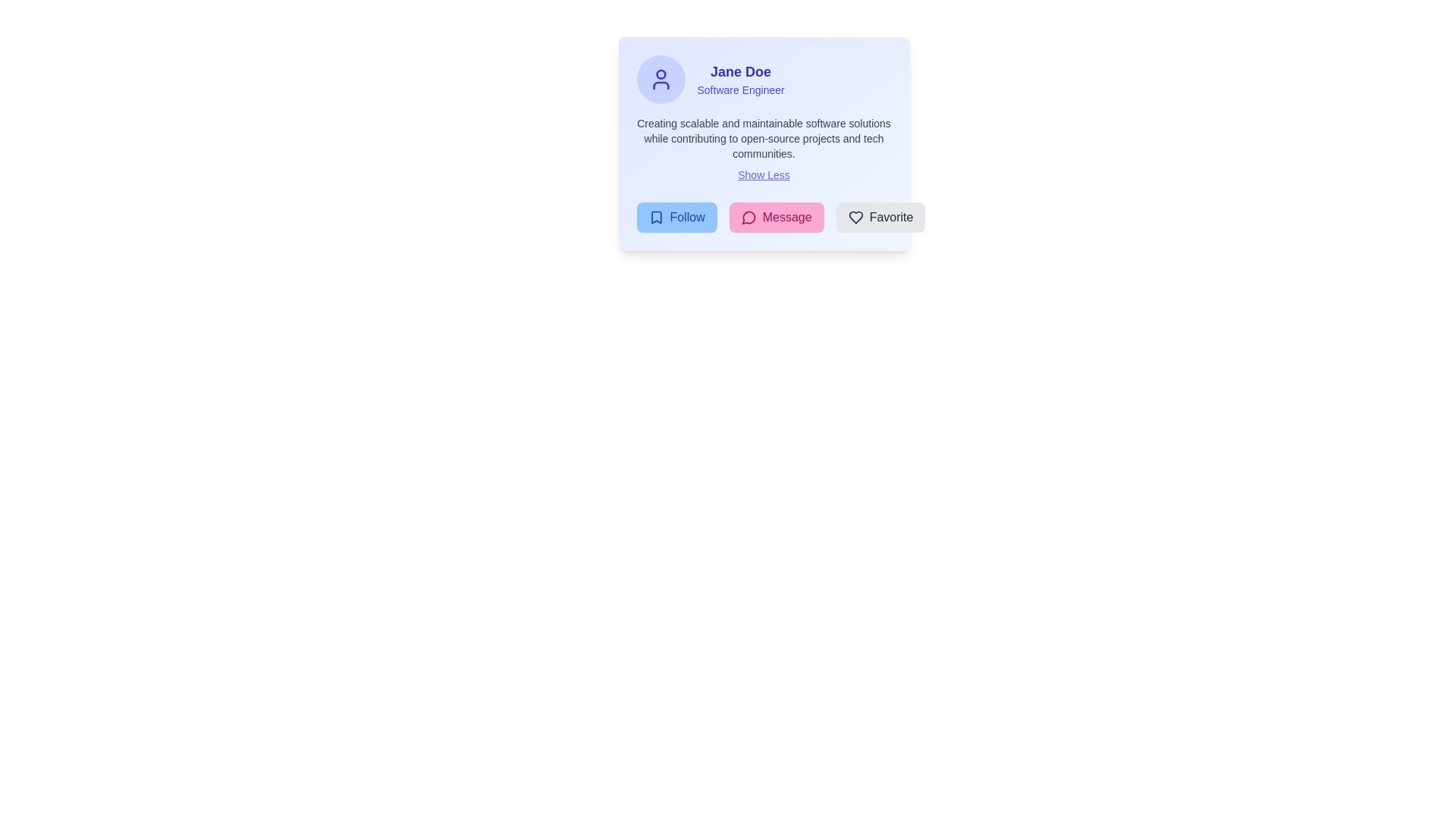 Image resolution: width=1456 pixels, height=819 pixels. I want to click on the 'Follow' button, which is the leftmost button with a blue background and a bookmark icon, so click(676, 217).